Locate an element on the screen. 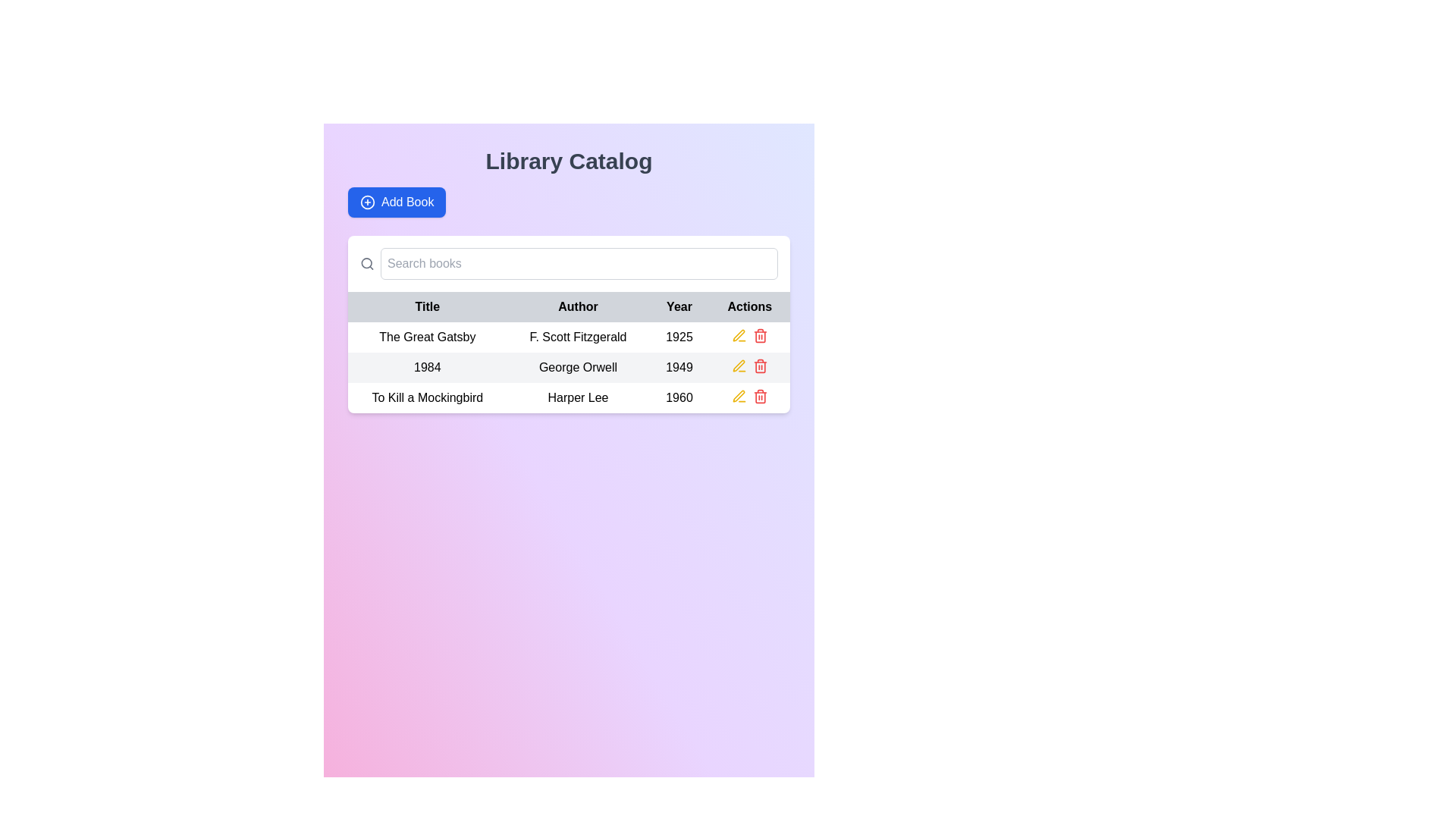 The width and height of the screenshot is (1456, 819). the action icons in the 'Actions' column for the book '1984' by George Orwell is located at coordinates (749, 366).